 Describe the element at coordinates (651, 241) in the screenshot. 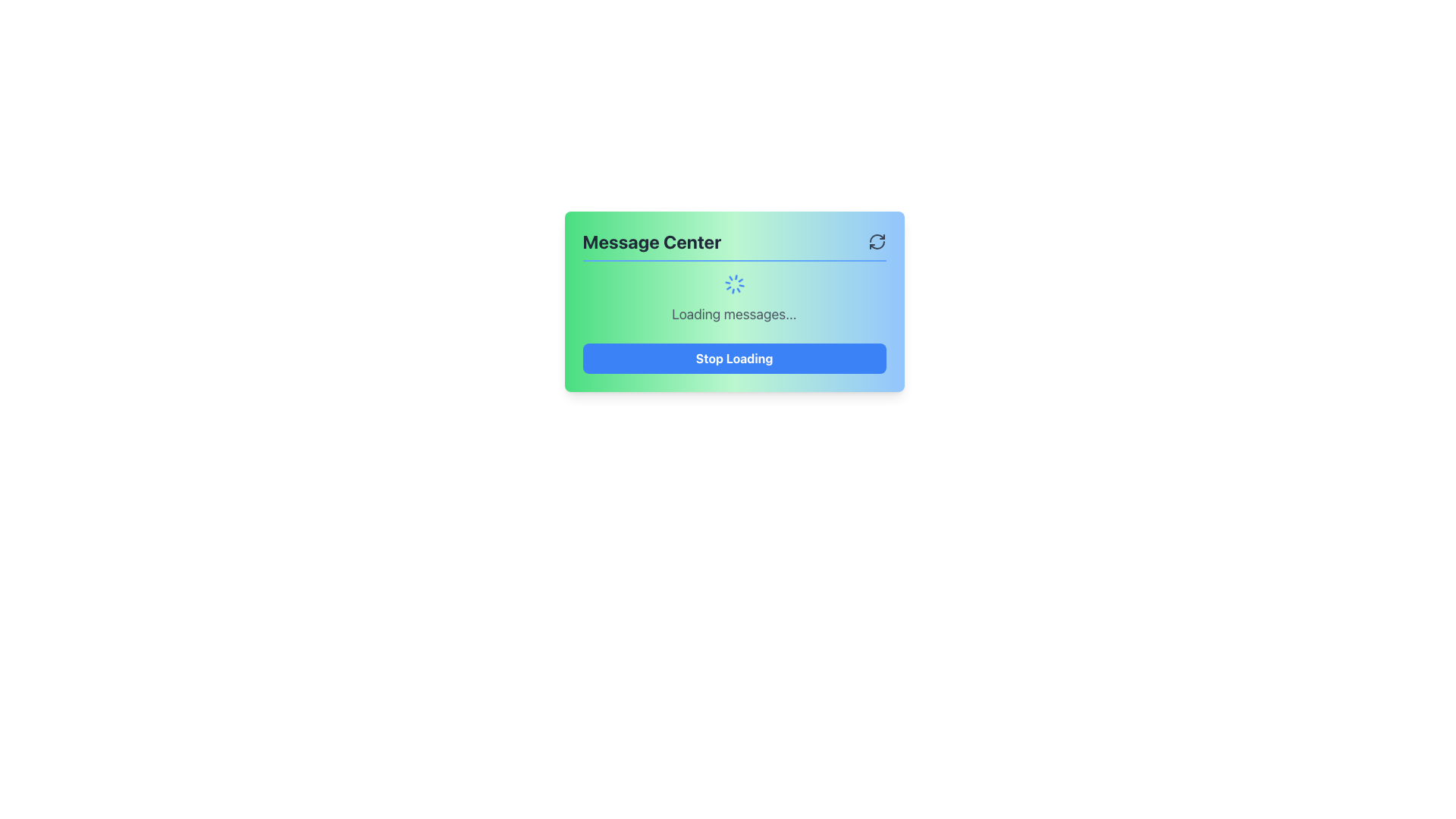

I see `the Static text header located on the left side of the top bar, which serves as a title or header for the interface` at that location.